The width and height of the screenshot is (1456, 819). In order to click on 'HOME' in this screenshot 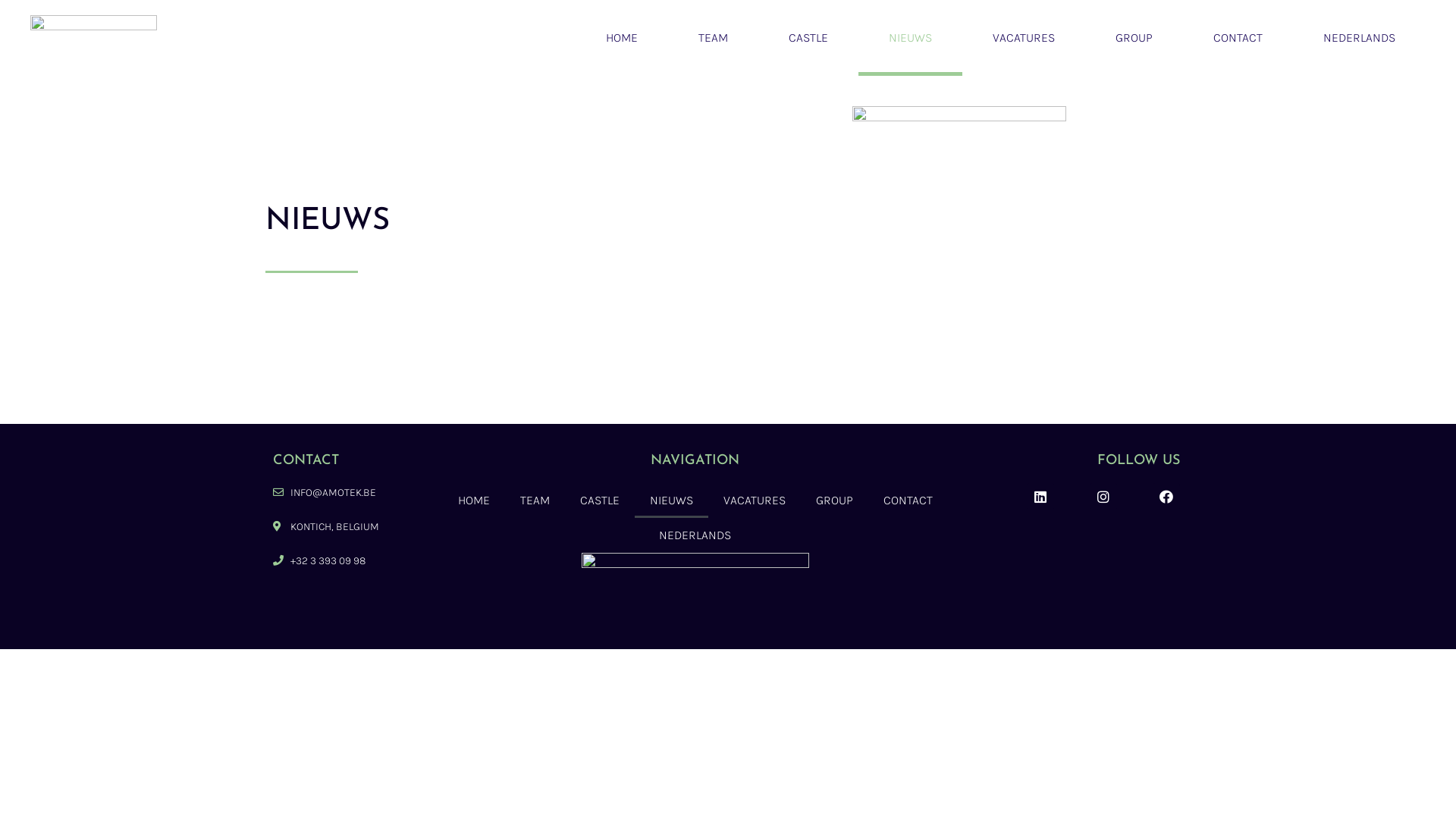, I will do `click(622, 37)`.